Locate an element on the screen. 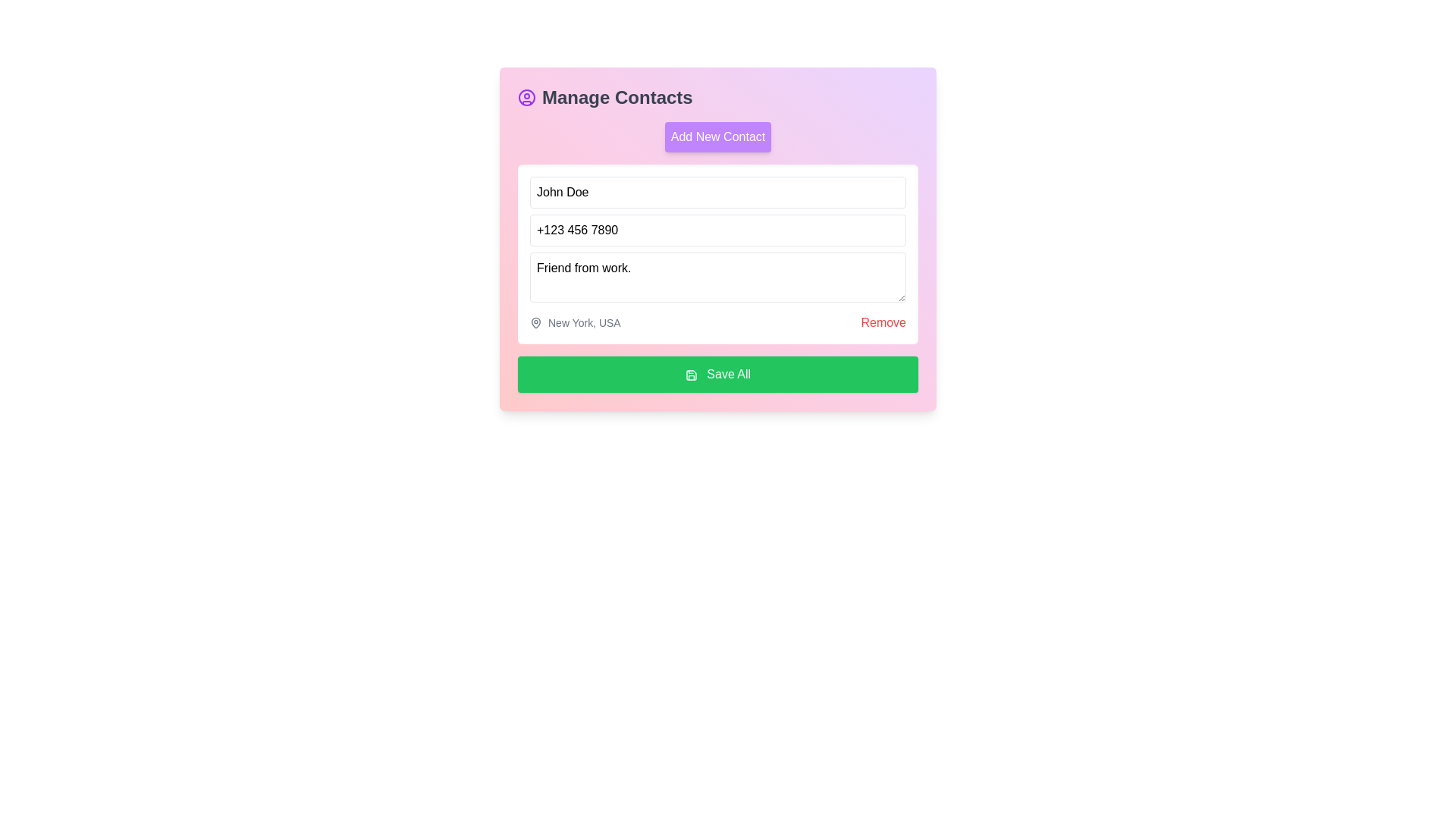 The width and height of the screenshot is (1456, 819). the location pin icon that represents a geographical location, positioned to the left of the text 'New York, USA', near the bottom of the form interface is located at coordinates (535, 322).